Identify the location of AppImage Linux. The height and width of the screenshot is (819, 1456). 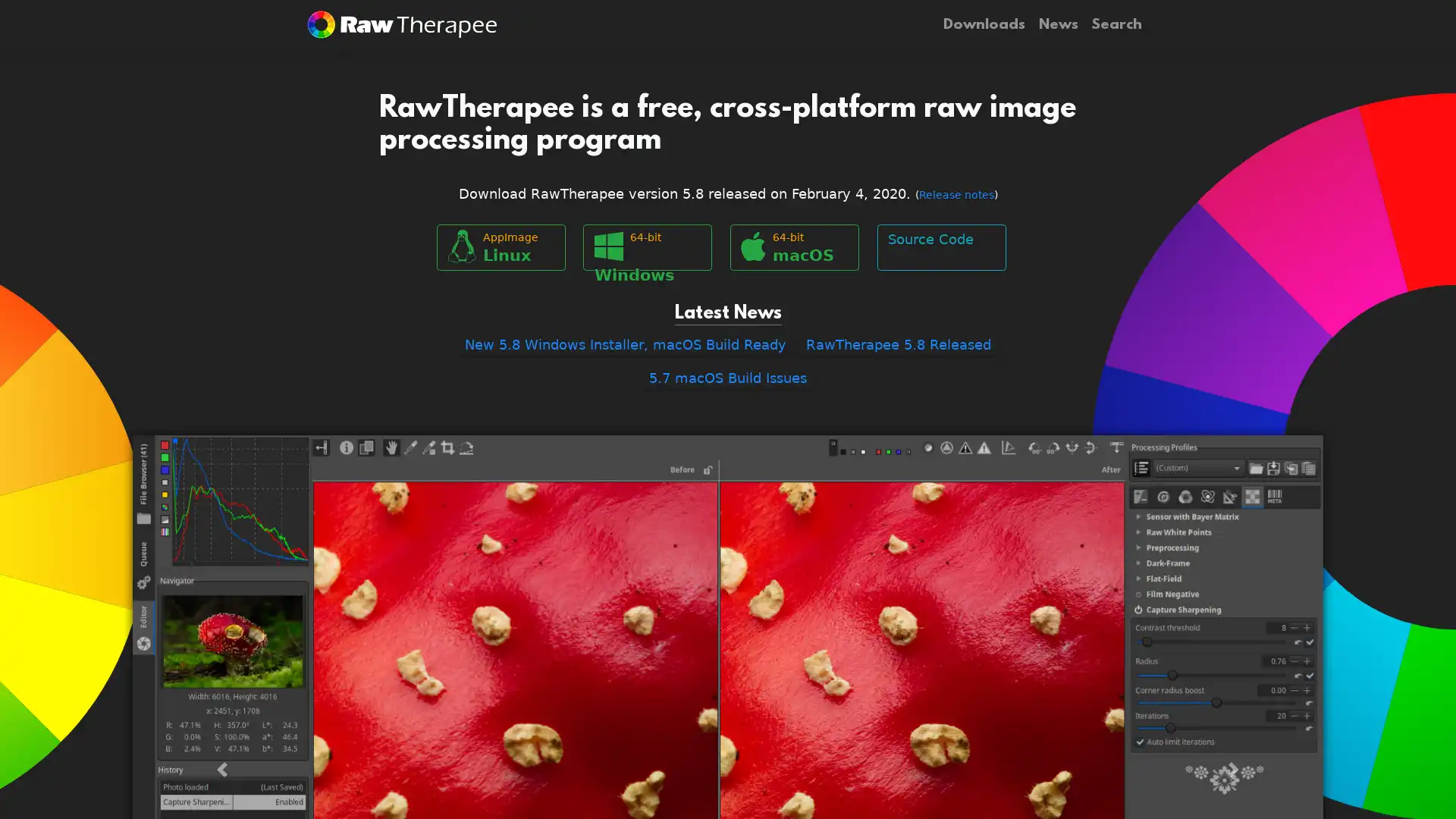
(500, 246).